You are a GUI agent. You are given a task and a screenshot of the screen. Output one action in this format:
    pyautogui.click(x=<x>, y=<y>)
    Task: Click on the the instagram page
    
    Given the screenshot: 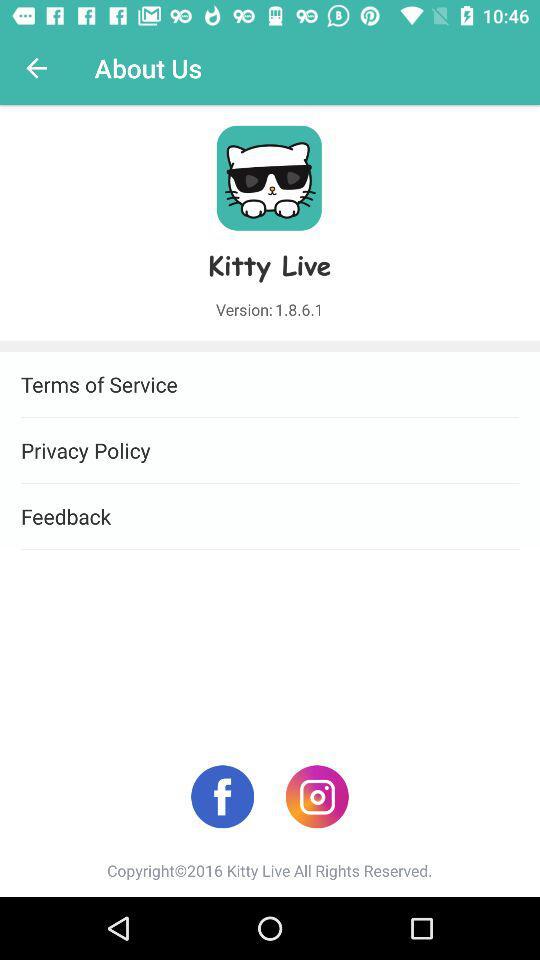 What is the action you would take?
    pyautogui.click(x=317, y=796)
    